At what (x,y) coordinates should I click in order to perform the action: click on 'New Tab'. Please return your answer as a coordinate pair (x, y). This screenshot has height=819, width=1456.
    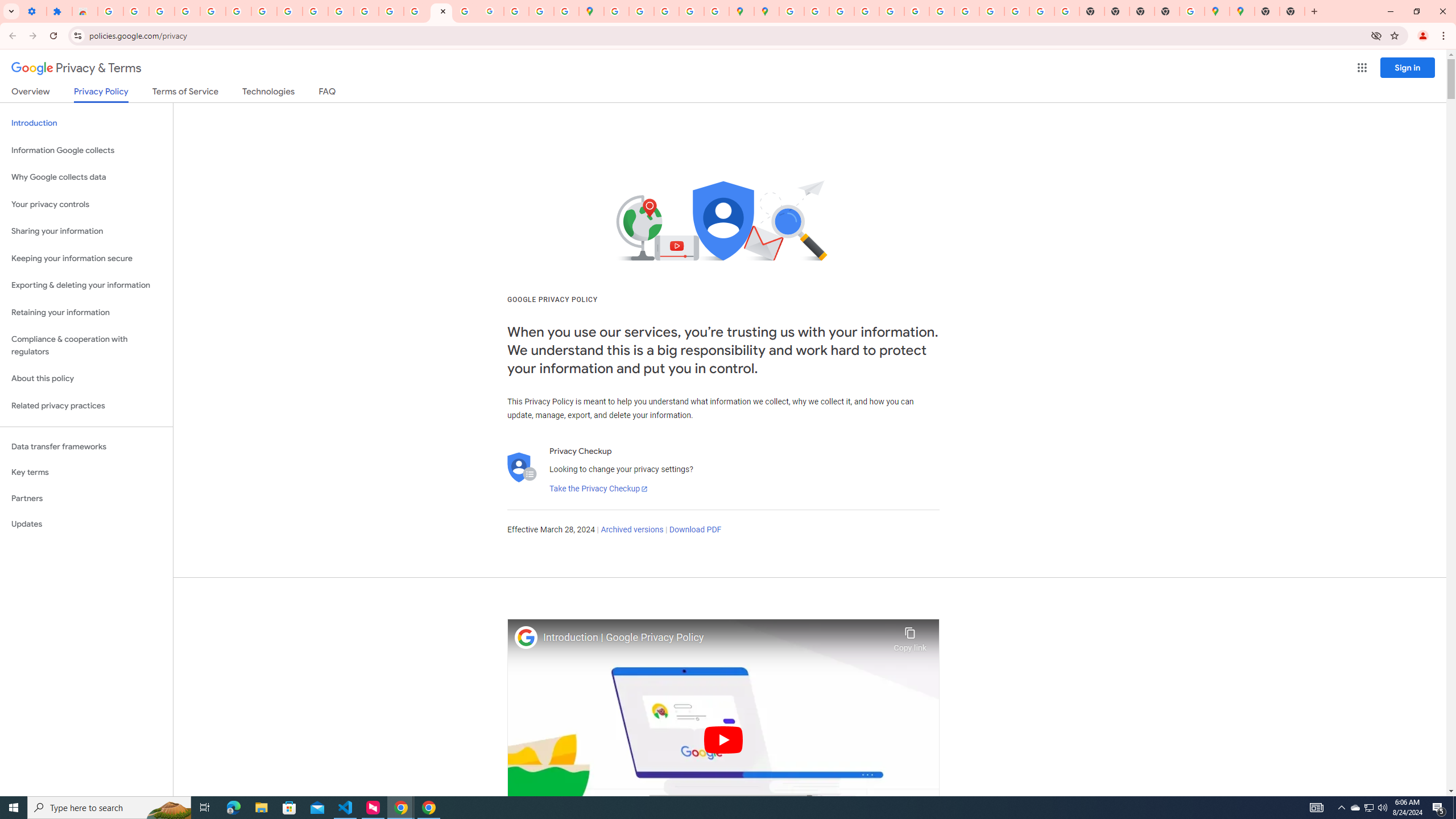
    Looking at the image, I should click on (1292, 11).